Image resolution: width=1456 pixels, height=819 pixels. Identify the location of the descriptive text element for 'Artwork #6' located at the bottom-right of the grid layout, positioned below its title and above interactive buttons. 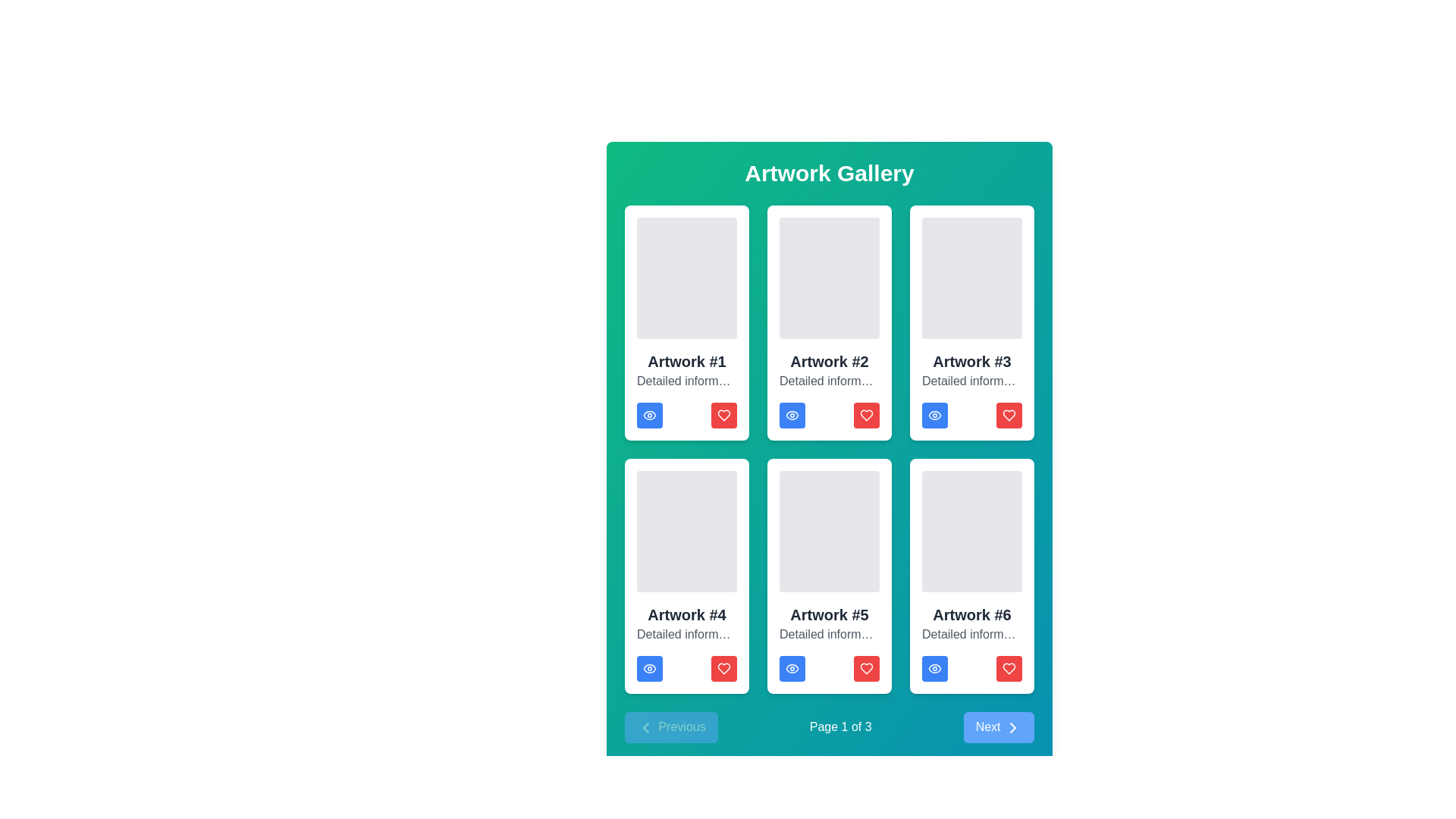
(971, 635).